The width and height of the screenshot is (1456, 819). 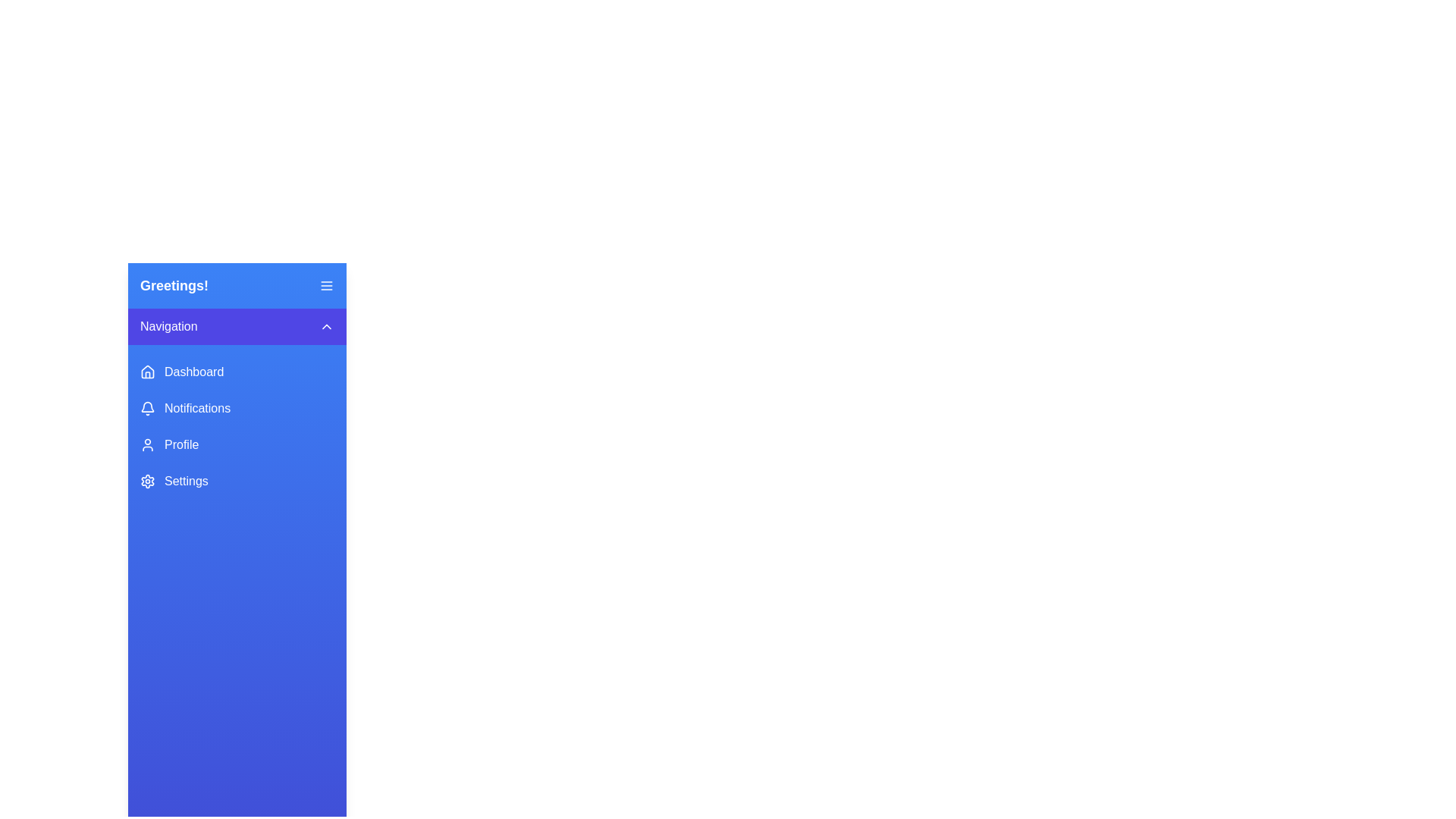 I want to click on the notification bell icon located in the middle of the sidebar panel, so click(x=148, y=406).